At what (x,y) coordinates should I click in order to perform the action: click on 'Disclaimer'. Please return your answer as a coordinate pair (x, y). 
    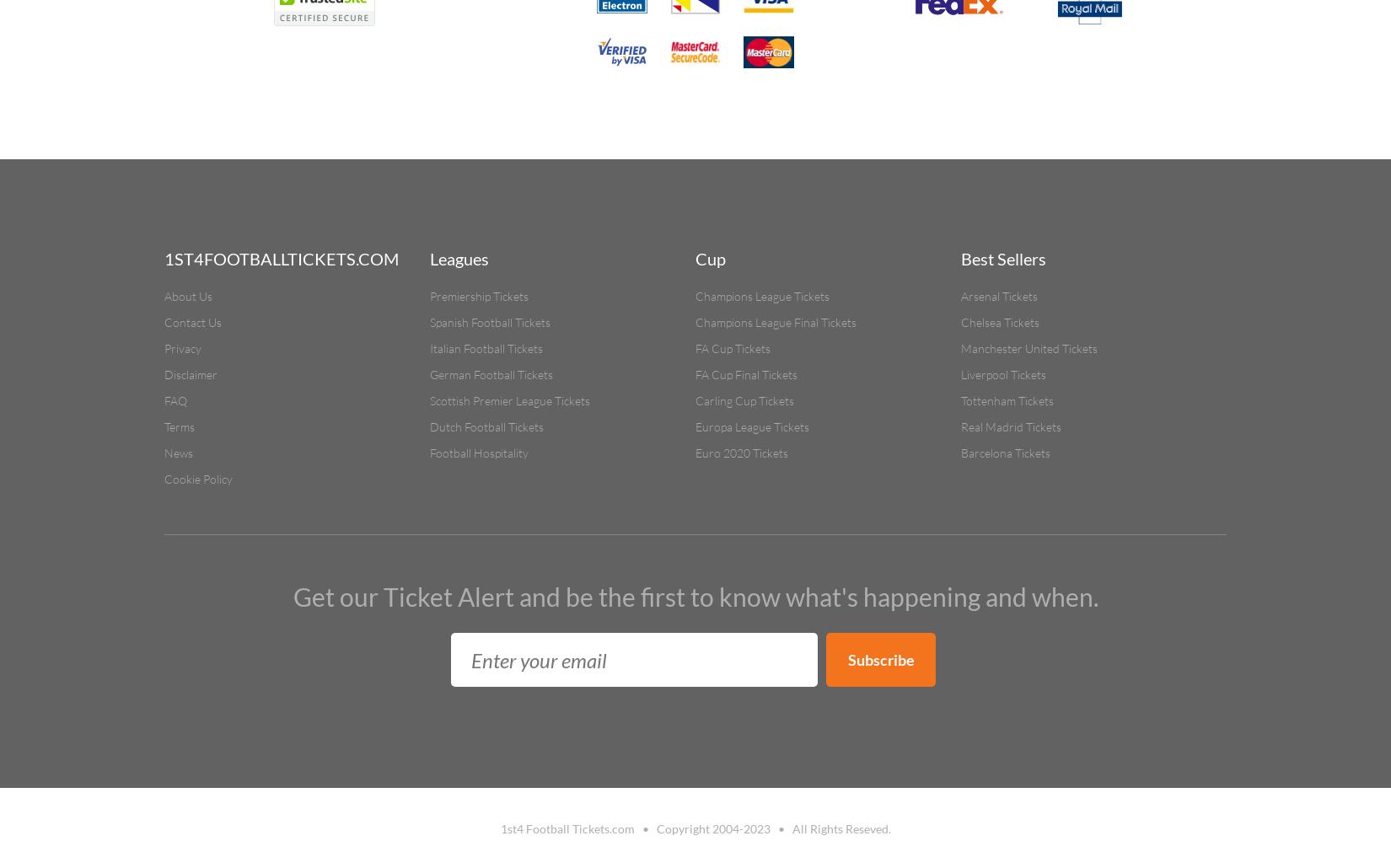
    Looking at the image, I should click on (164, 373).